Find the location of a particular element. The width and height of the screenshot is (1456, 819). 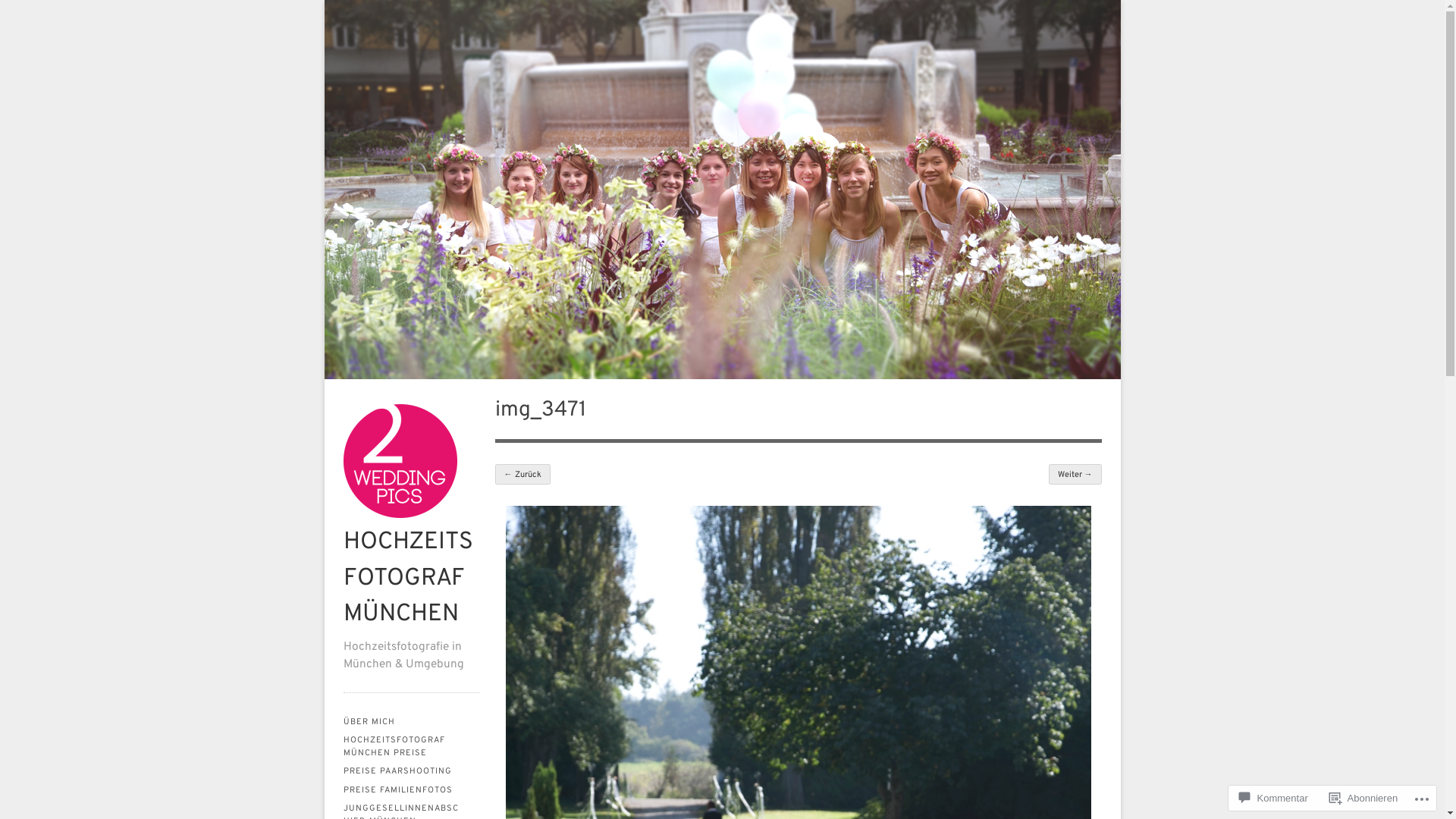

'PREISE FAMILIENFOTOS' is located at coordinates (411, 789).